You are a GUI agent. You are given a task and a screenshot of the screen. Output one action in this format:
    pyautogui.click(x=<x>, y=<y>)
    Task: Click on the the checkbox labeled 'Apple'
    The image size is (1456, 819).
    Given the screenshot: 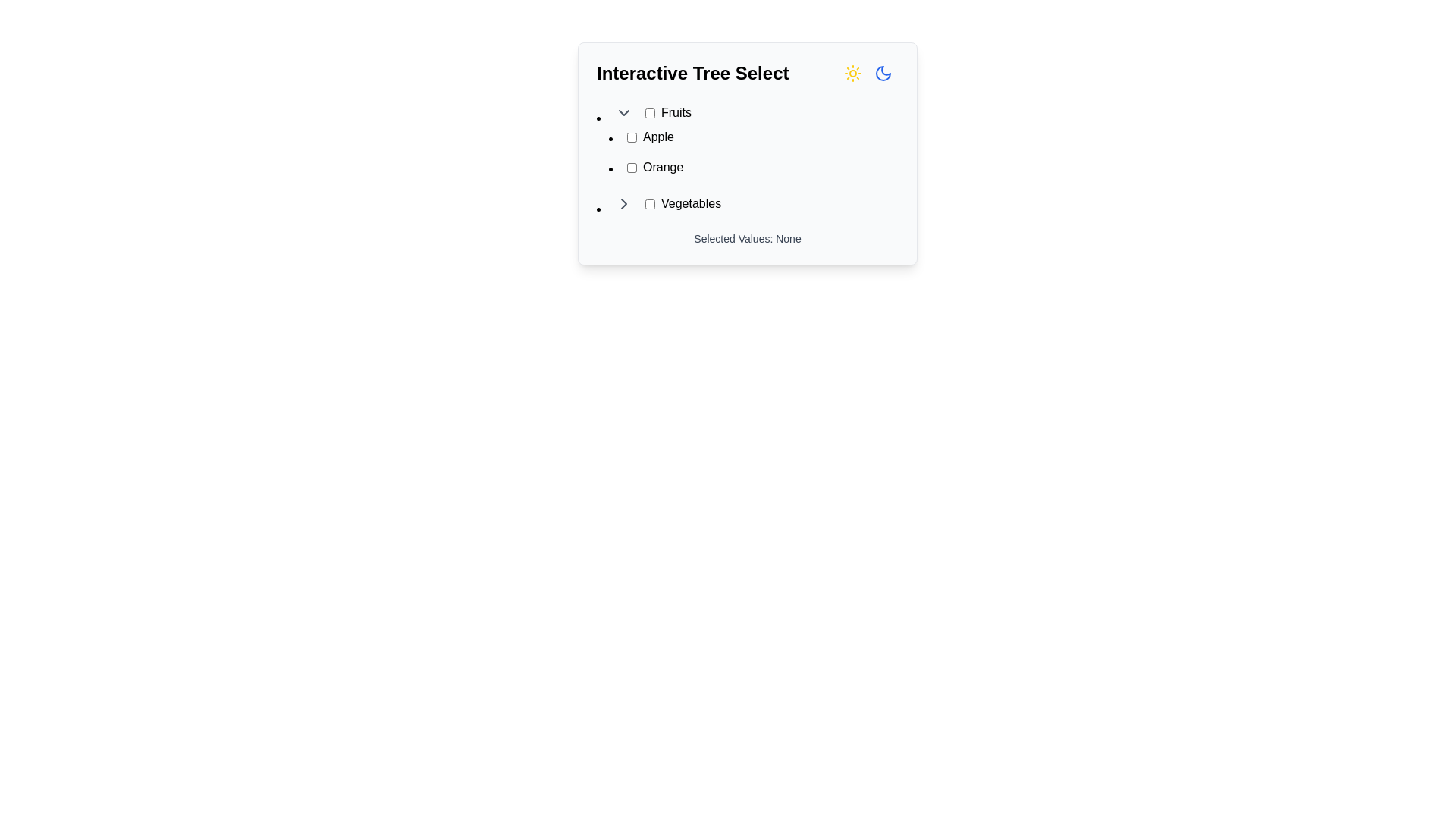 What is the action you would take?
    pyautogui.click(x=747, y=137)
    